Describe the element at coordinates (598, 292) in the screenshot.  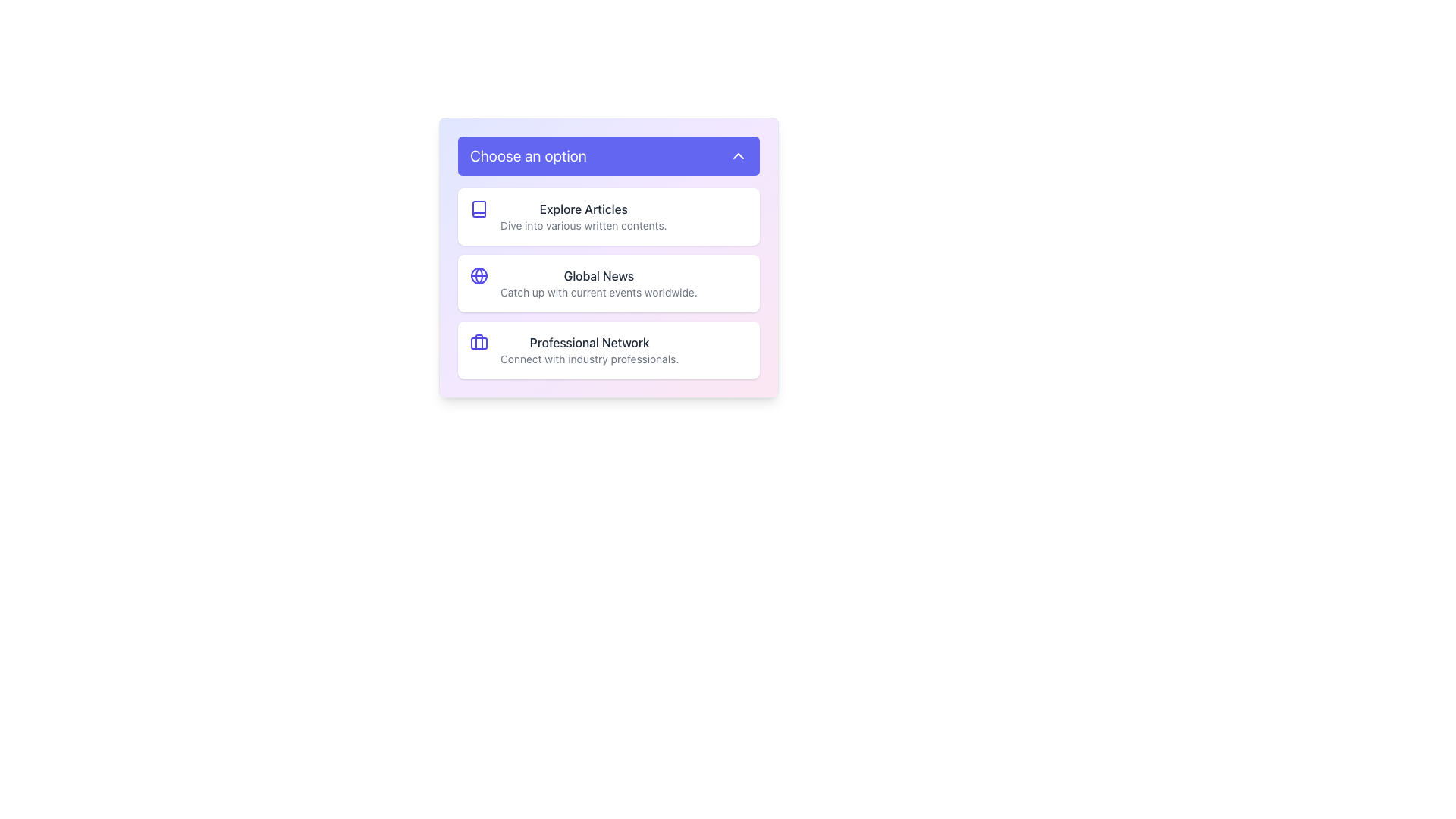
I see `the informative text label that provides context for the 'Global News' option, located directly below the heading and aligned horizontally with it` at that location.